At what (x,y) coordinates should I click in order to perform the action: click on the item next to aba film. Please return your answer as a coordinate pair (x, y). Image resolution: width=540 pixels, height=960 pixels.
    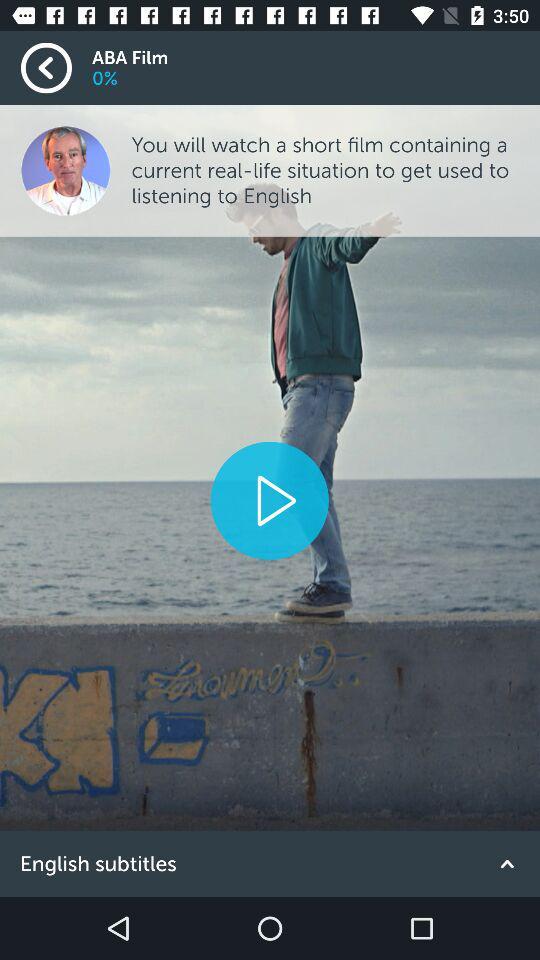
    Looking at the image, I should click on (56, 68).